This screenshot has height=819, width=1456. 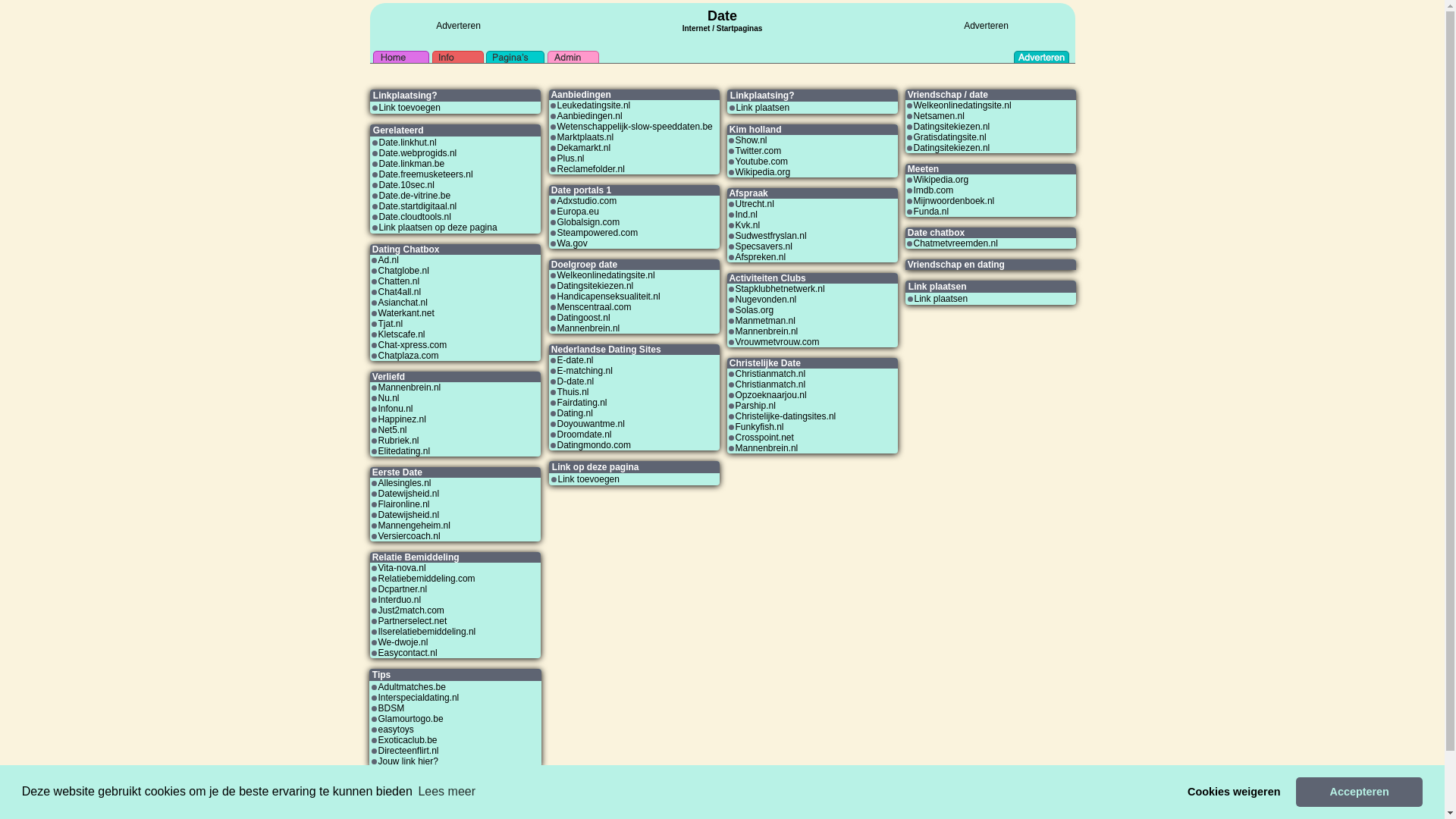 I want to click on 'E-matching.nl', so click(x=583, y=371).